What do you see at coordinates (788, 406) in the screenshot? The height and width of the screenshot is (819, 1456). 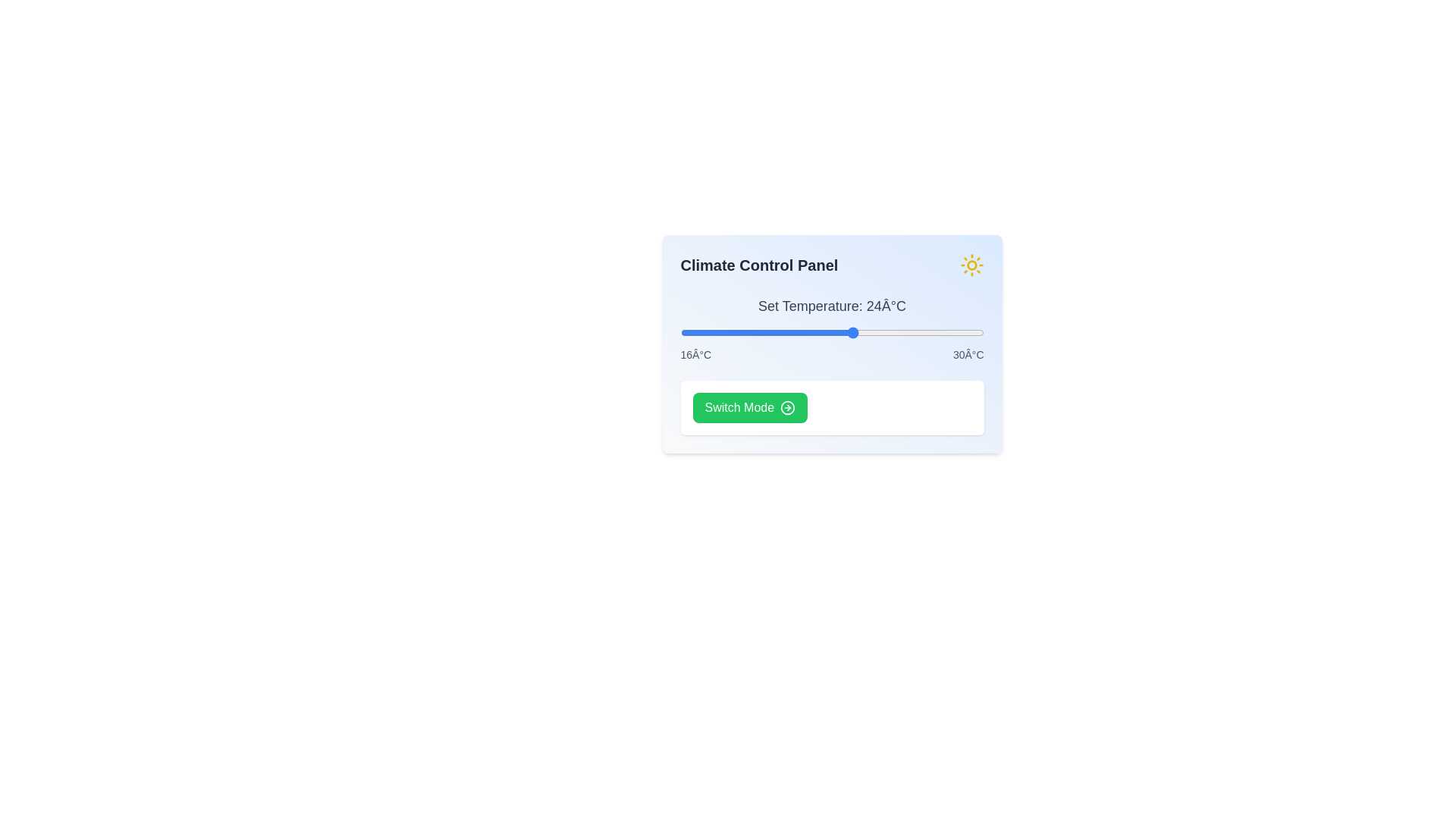 I see `the button labeled 'Switch Mode' that contains a circular icon with a right-pointing arrow at its end` at bounding box center [788, 406].